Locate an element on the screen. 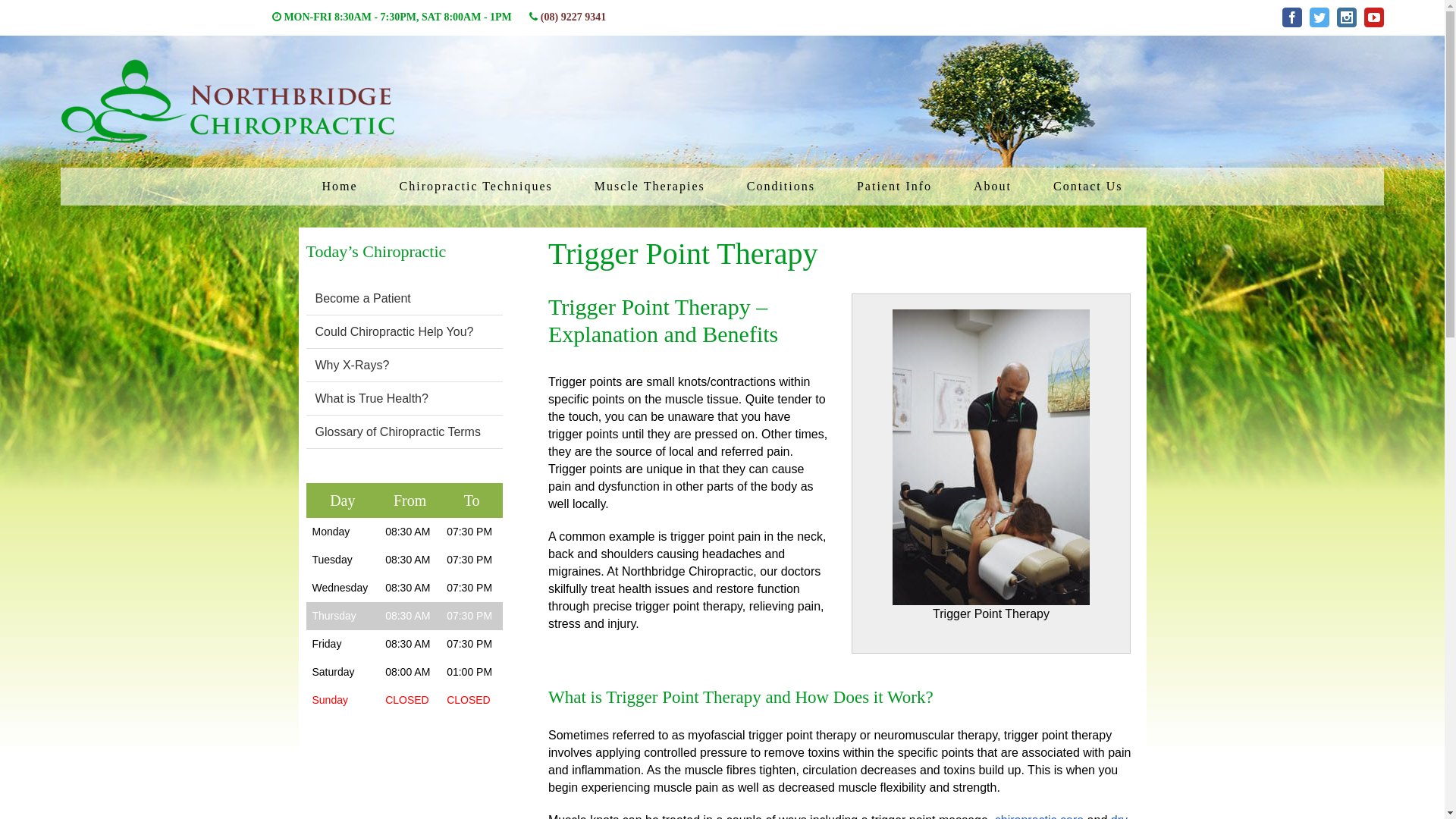 This screenshot has width=1456, height=819. 'Home' is located at coordinates (338, 186).